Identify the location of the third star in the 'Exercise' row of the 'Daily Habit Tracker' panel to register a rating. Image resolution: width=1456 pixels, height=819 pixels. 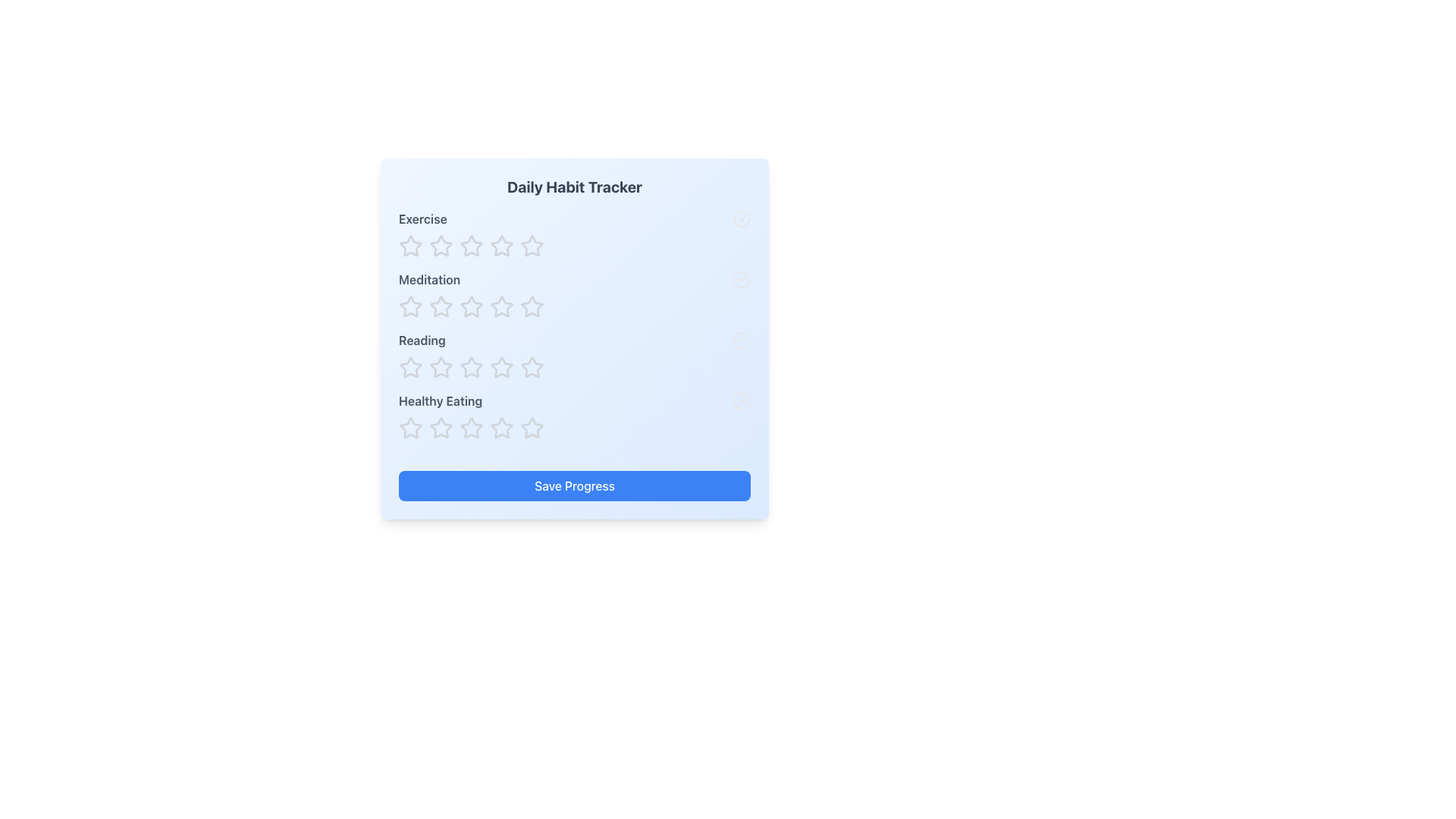
(532, 245).